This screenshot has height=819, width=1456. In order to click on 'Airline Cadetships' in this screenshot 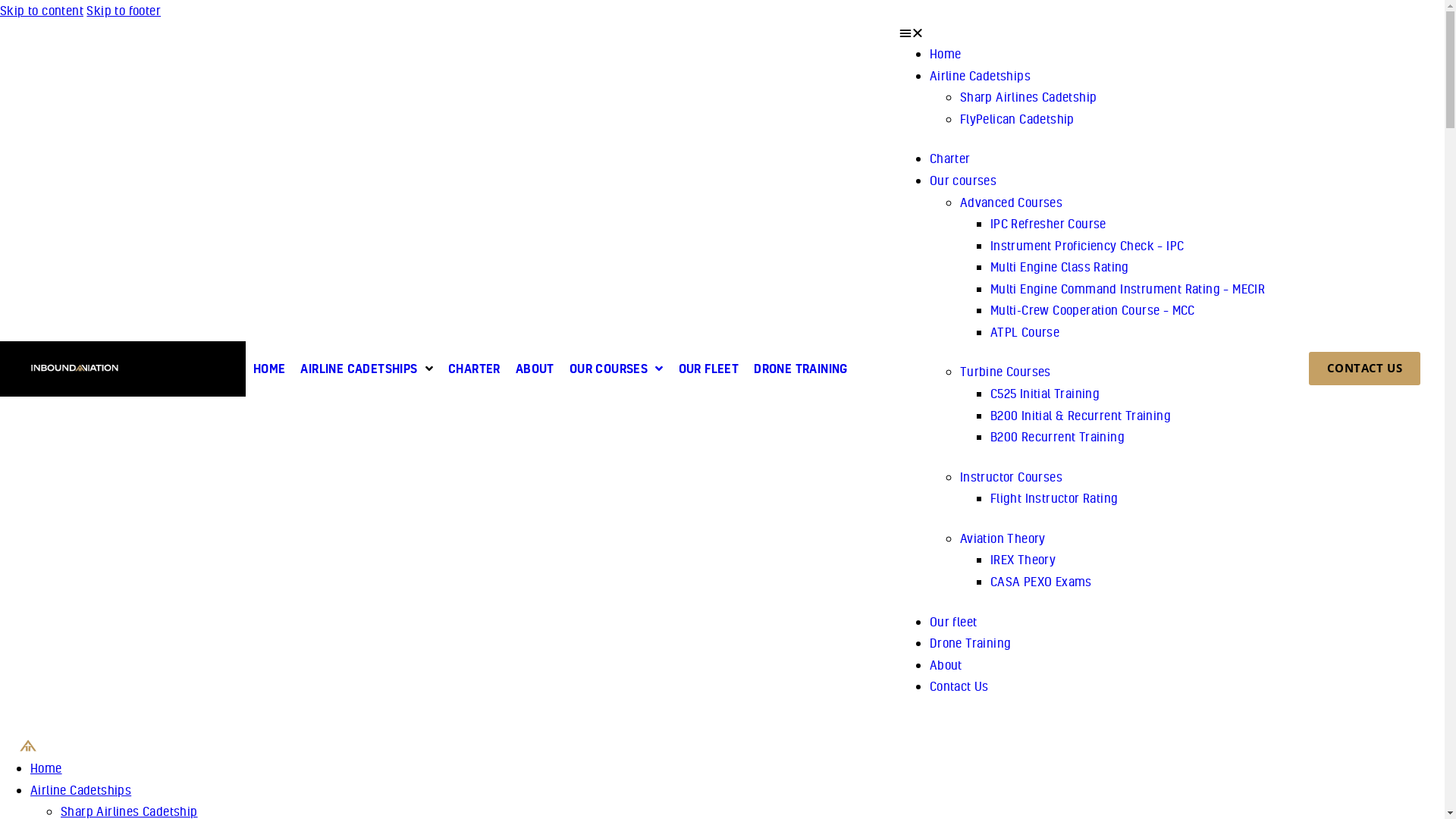, I will do `click(80, 789)`.